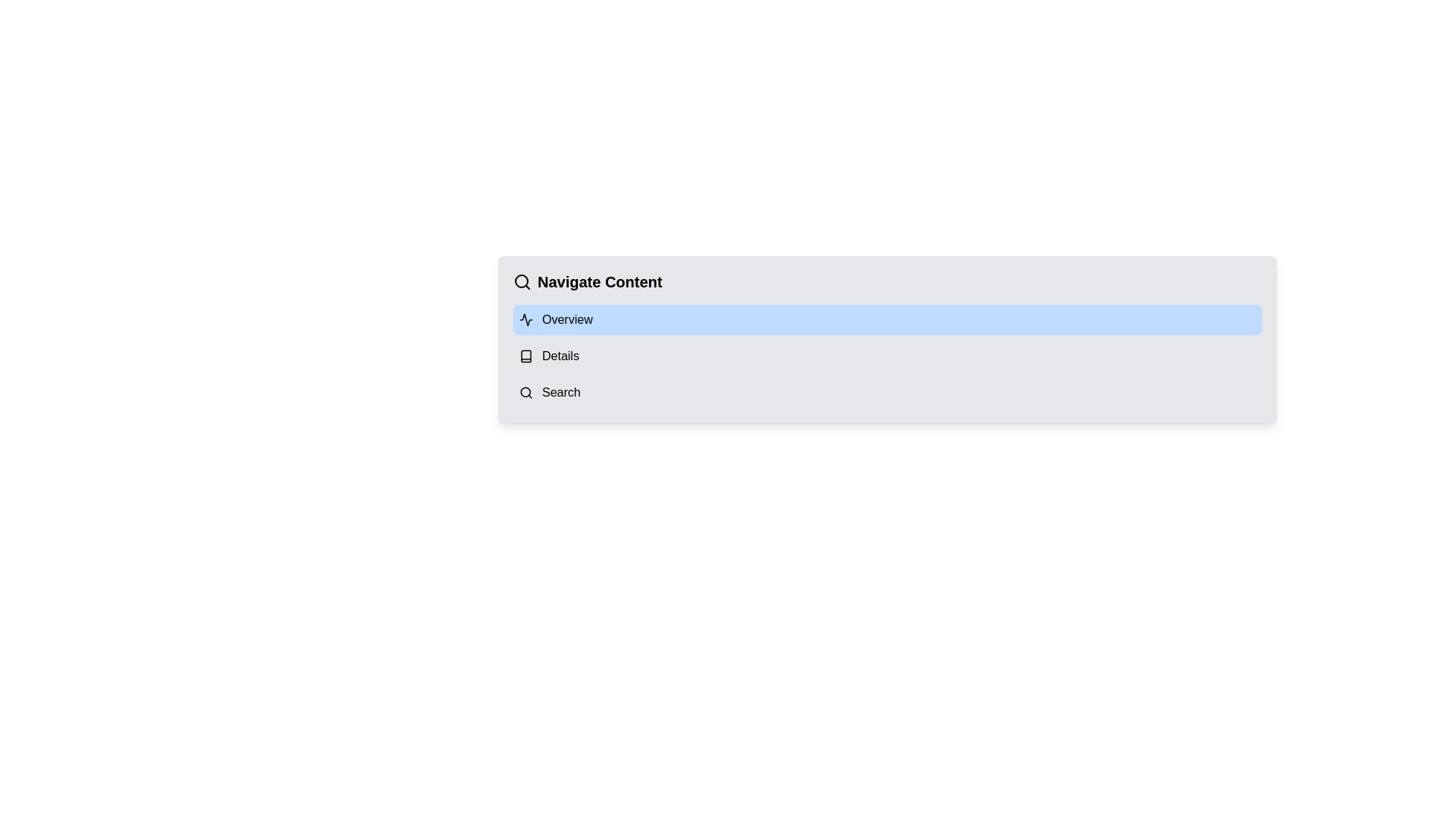 The width and height of the screenshot is (1456, 819). What do you see at coordinates (560, 356) in the screenshot?
I see `the 'Details' Text Label located as the second item under the 'Navigate Content' header` at bounding box center [560, 356].